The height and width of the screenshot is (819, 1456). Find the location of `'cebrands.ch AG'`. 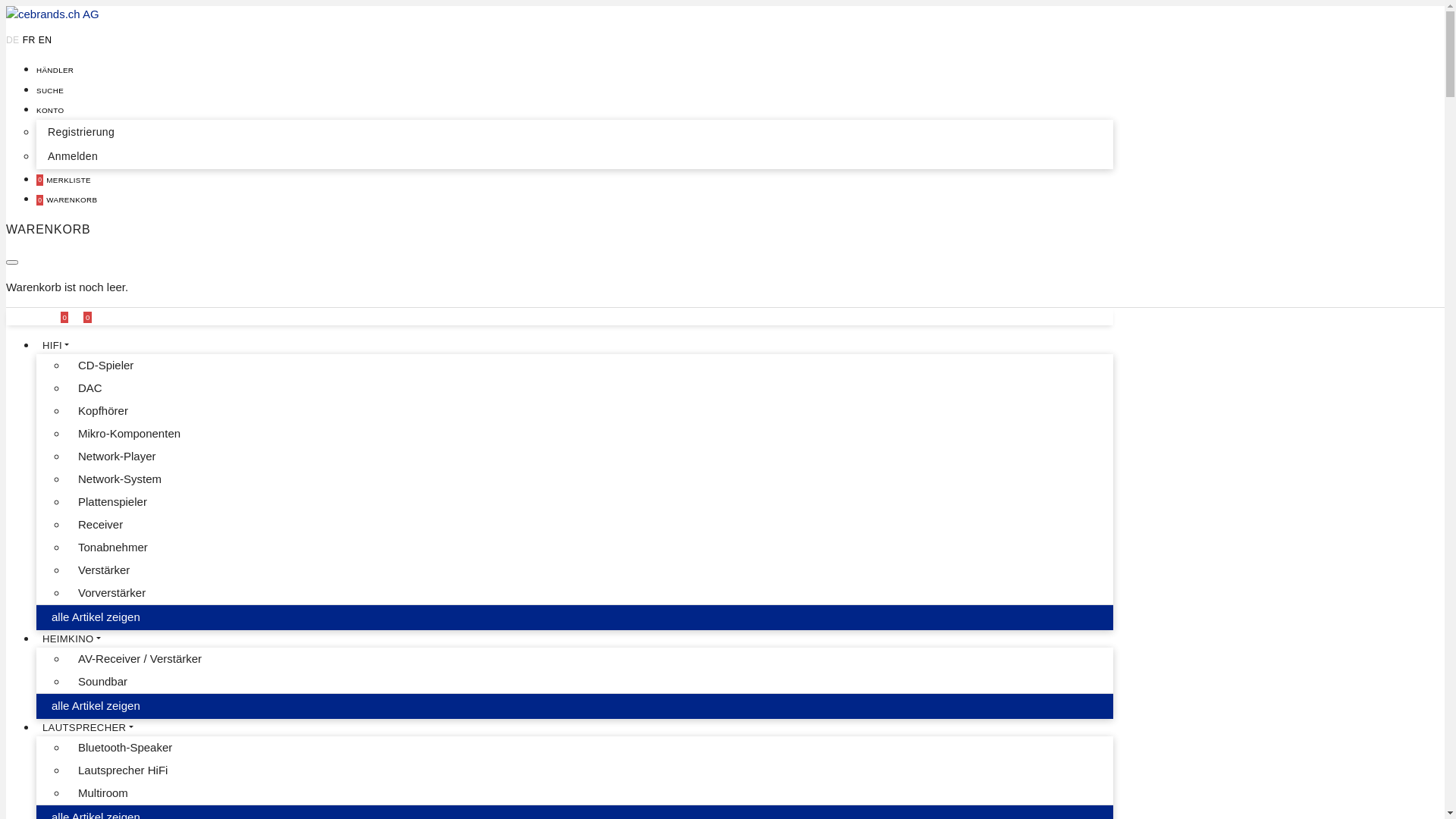

'cebrands.ch AG' is located at coordinates (52, 14).